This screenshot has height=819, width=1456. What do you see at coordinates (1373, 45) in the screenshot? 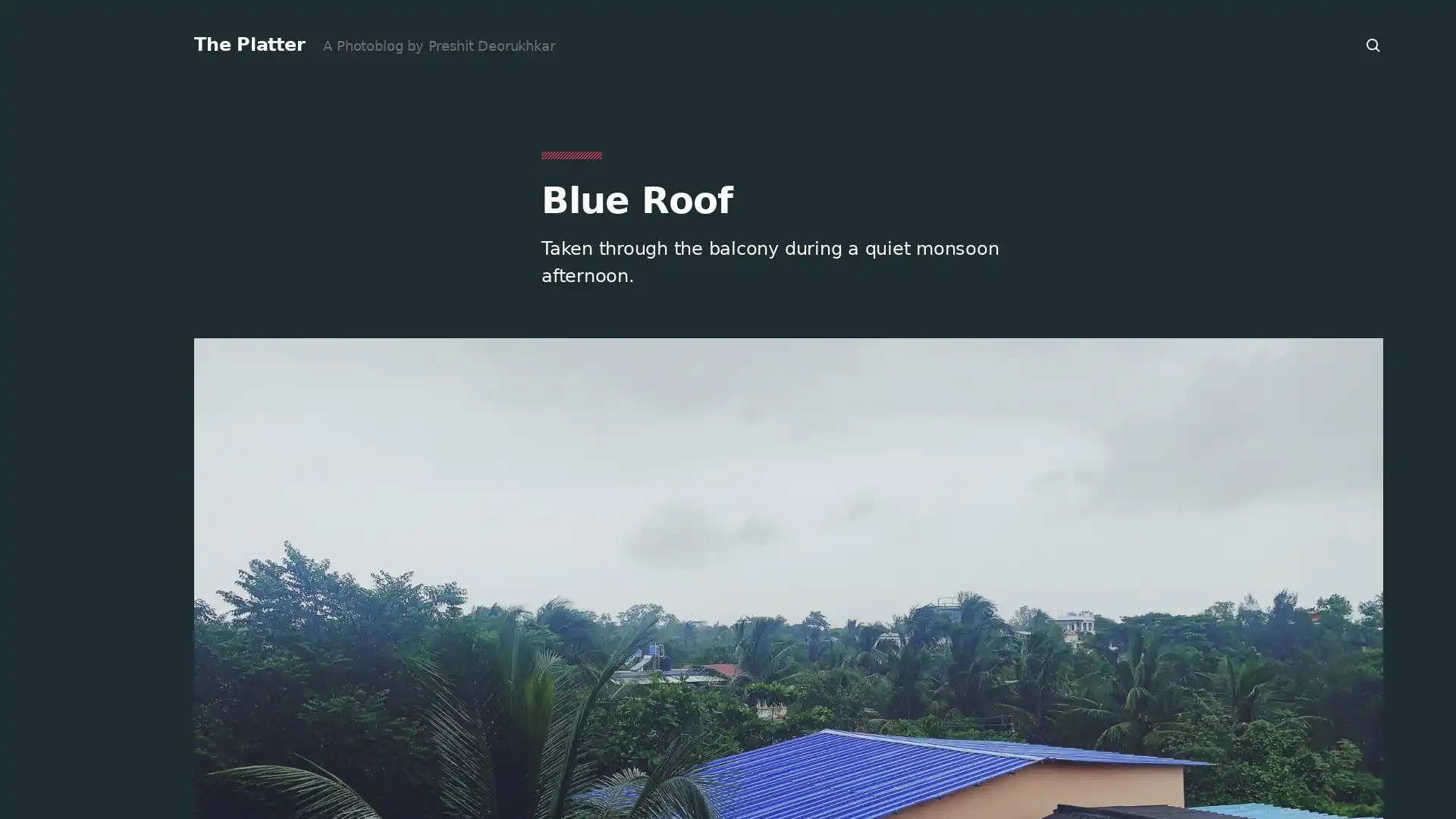
I see `Search` at bounding box center [1373, 45].